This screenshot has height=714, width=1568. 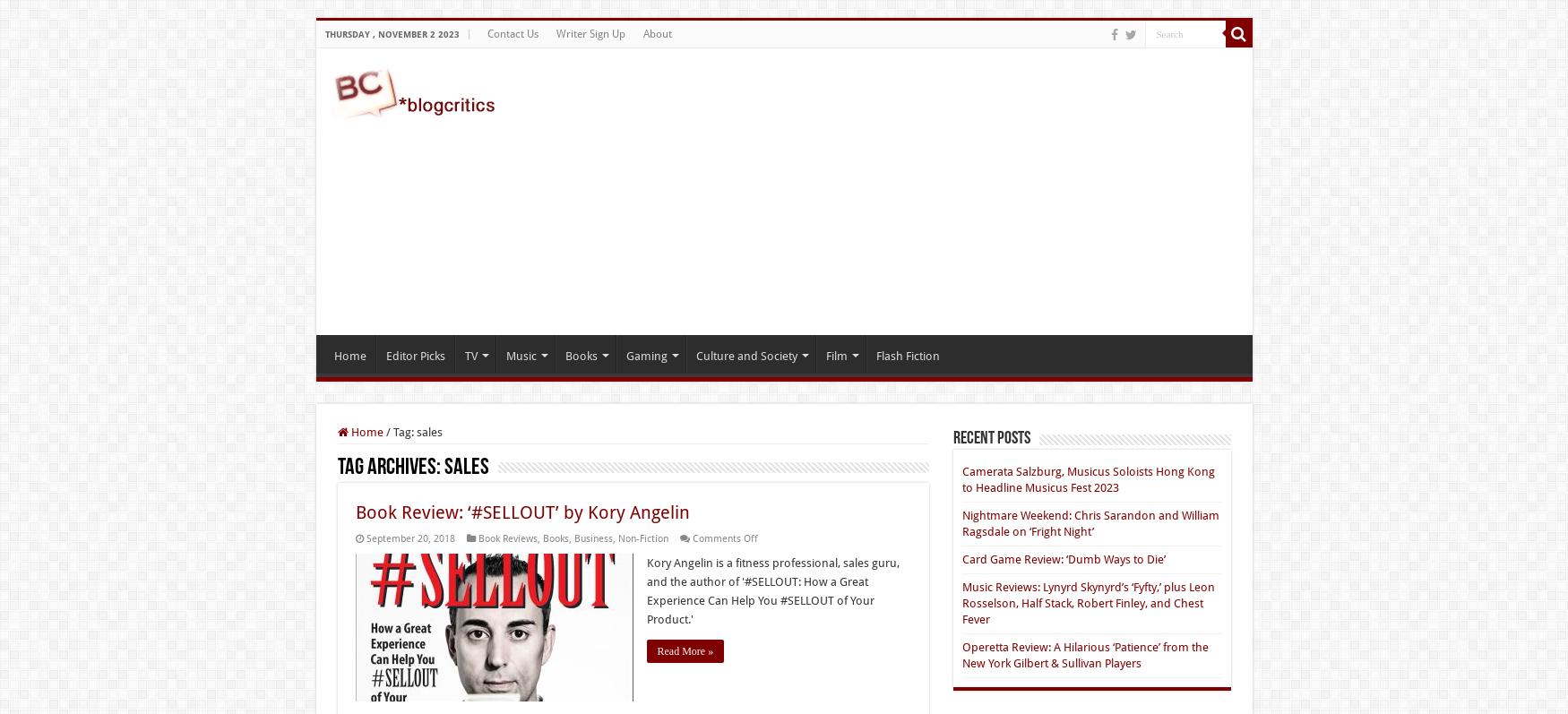 What do you see at coordinates (1087, 603) in the screenshot?
I see `'Music Reviews: Lynyrd Skynyrd’s ‘Fyfty,’ plus Leon Rosselson, Half Stack, Robert Finley, and Chest Fever'` at bounding box center [1087, 603].